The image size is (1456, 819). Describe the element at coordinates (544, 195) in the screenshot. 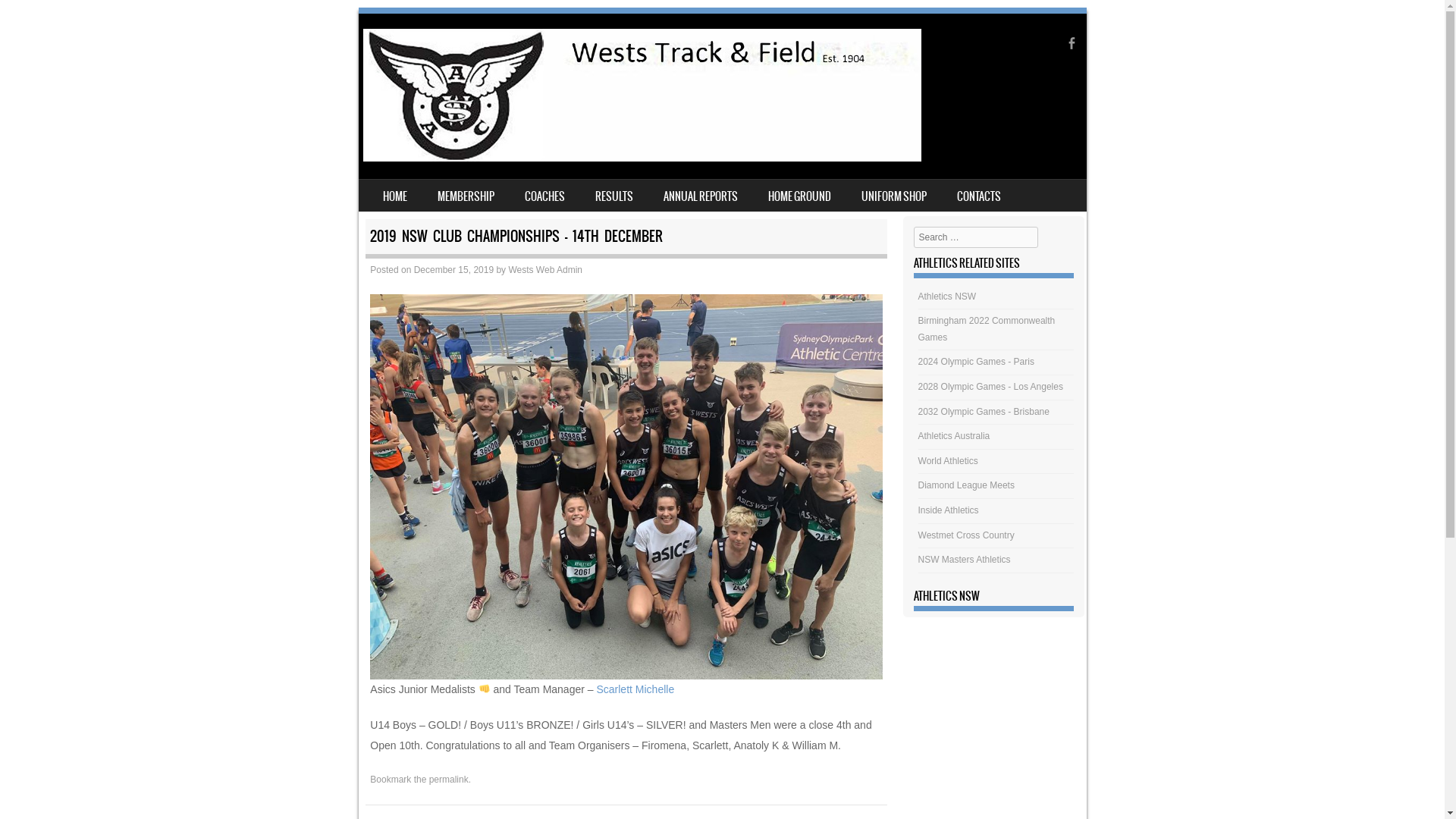

I see `'COACHES'` at that location.